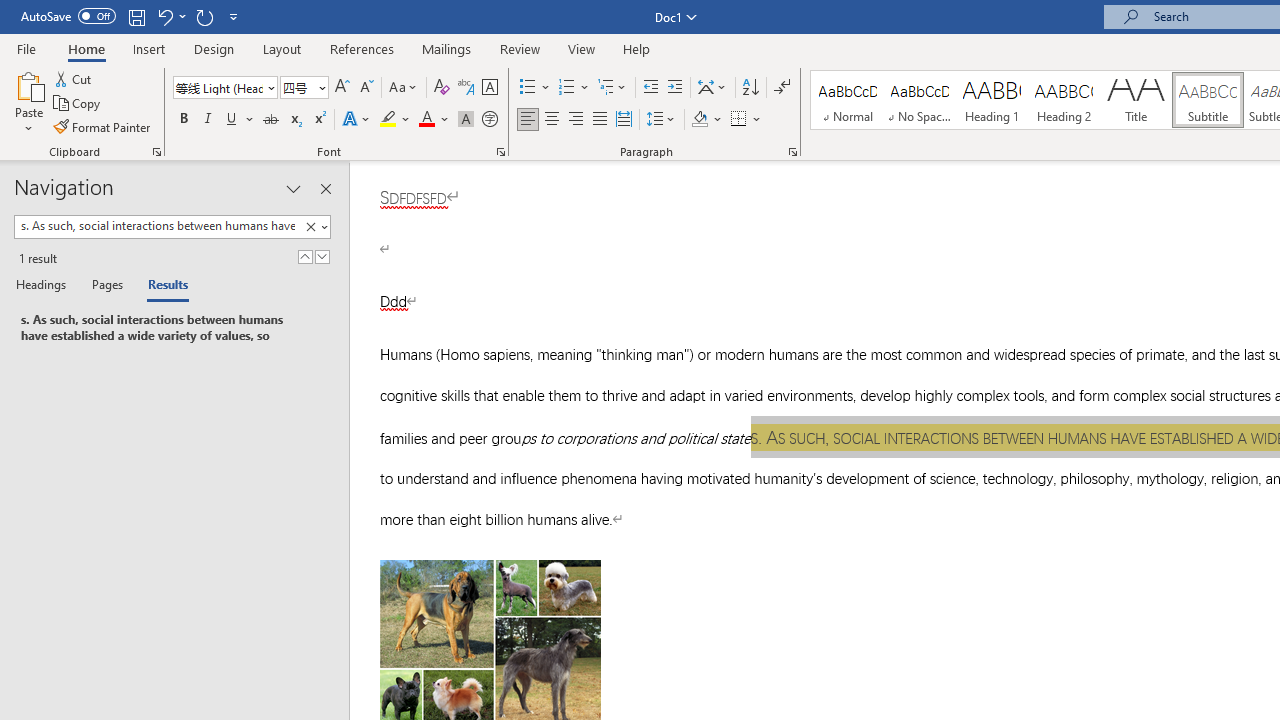 Image resolution: width=1280 pixels, height=720 pixels. What do you see at coordinates (232, 119) in the screenshot?
I see `'Underline'` at bounding box center [232, 119].